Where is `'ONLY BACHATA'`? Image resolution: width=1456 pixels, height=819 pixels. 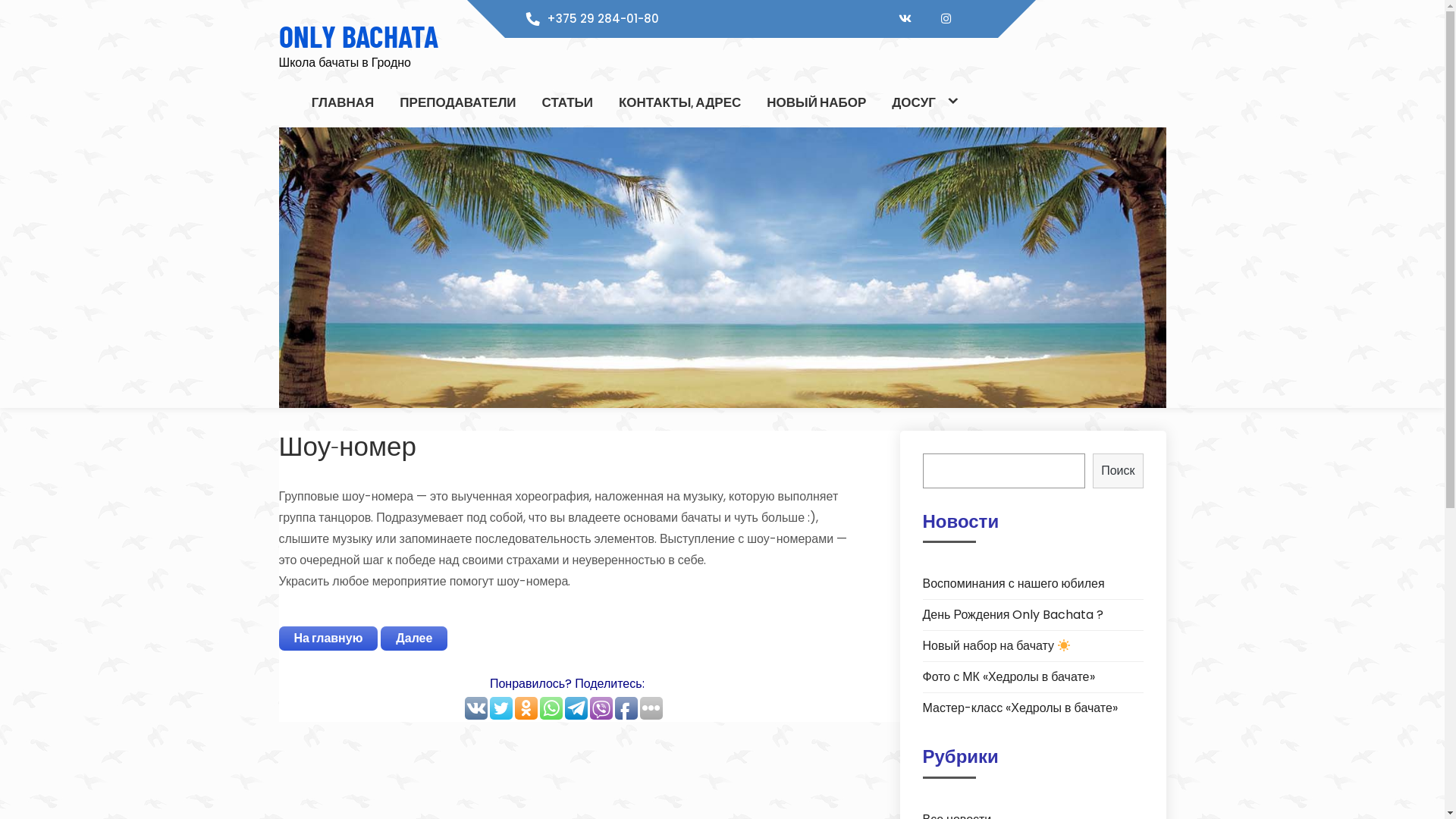 'ONLY BACHATA' is located at coordinates (358, 34).